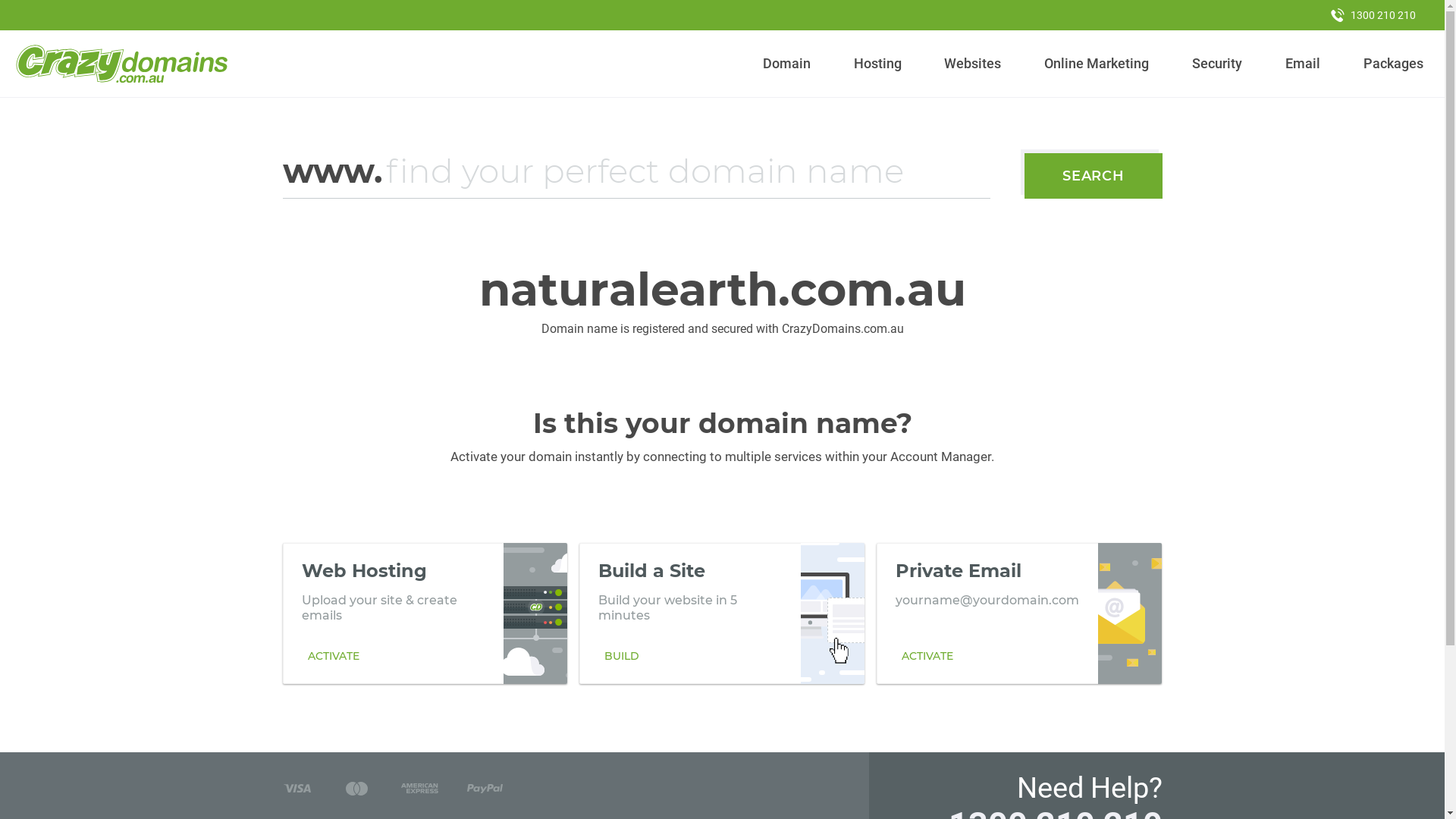 This screenshot has height=819, width=1456. What do you see at coordinates (1301, 63) in the screenshot?
I see `'Email'` at bounding box center [1301, 63].